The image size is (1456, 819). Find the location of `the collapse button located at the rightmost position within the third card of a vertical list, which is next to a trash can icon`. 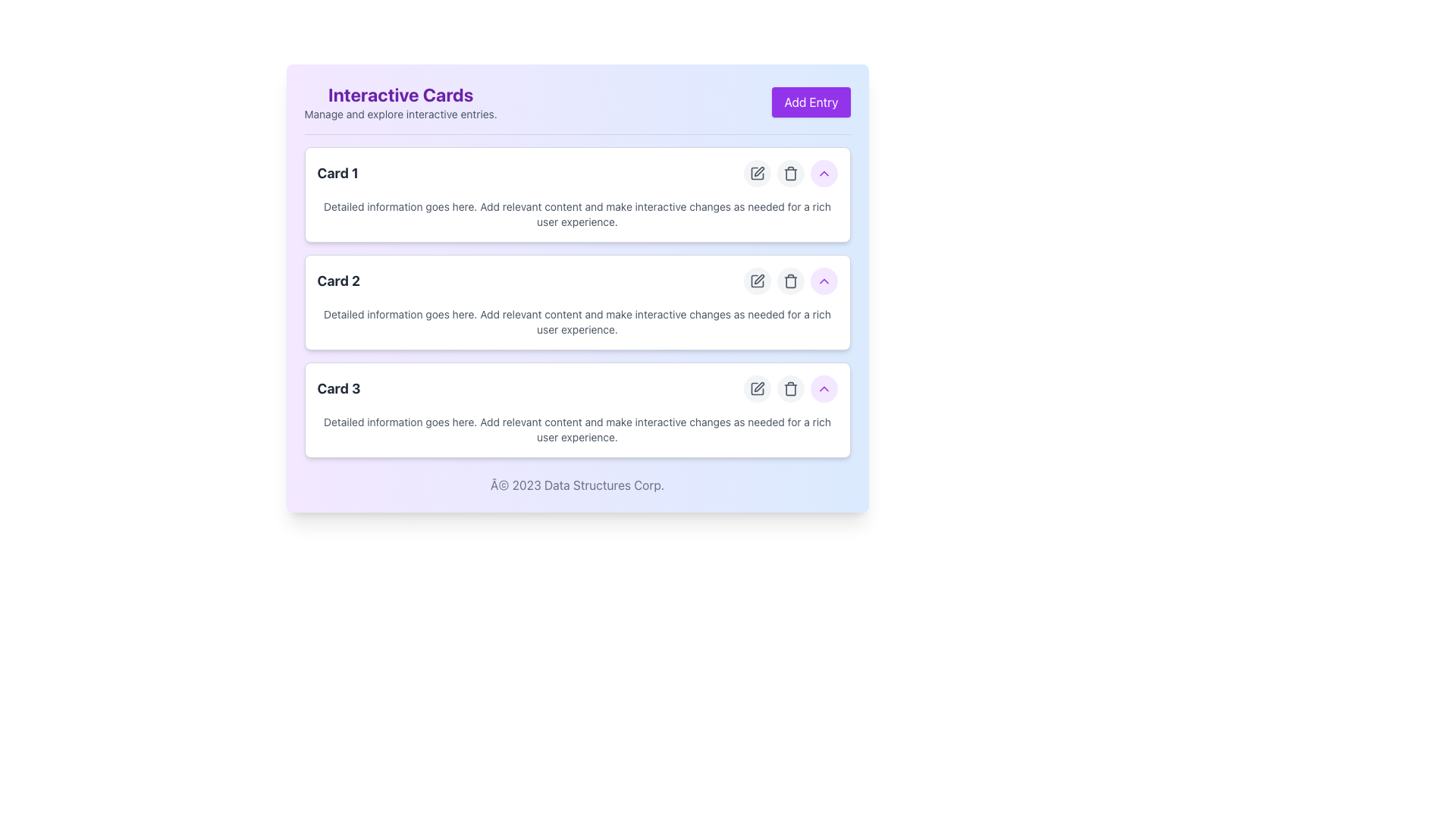

the collapse button located at the rightmost position within the third card of a vertical list, which is next to a trash can icon is located at coordinates (823, 388).